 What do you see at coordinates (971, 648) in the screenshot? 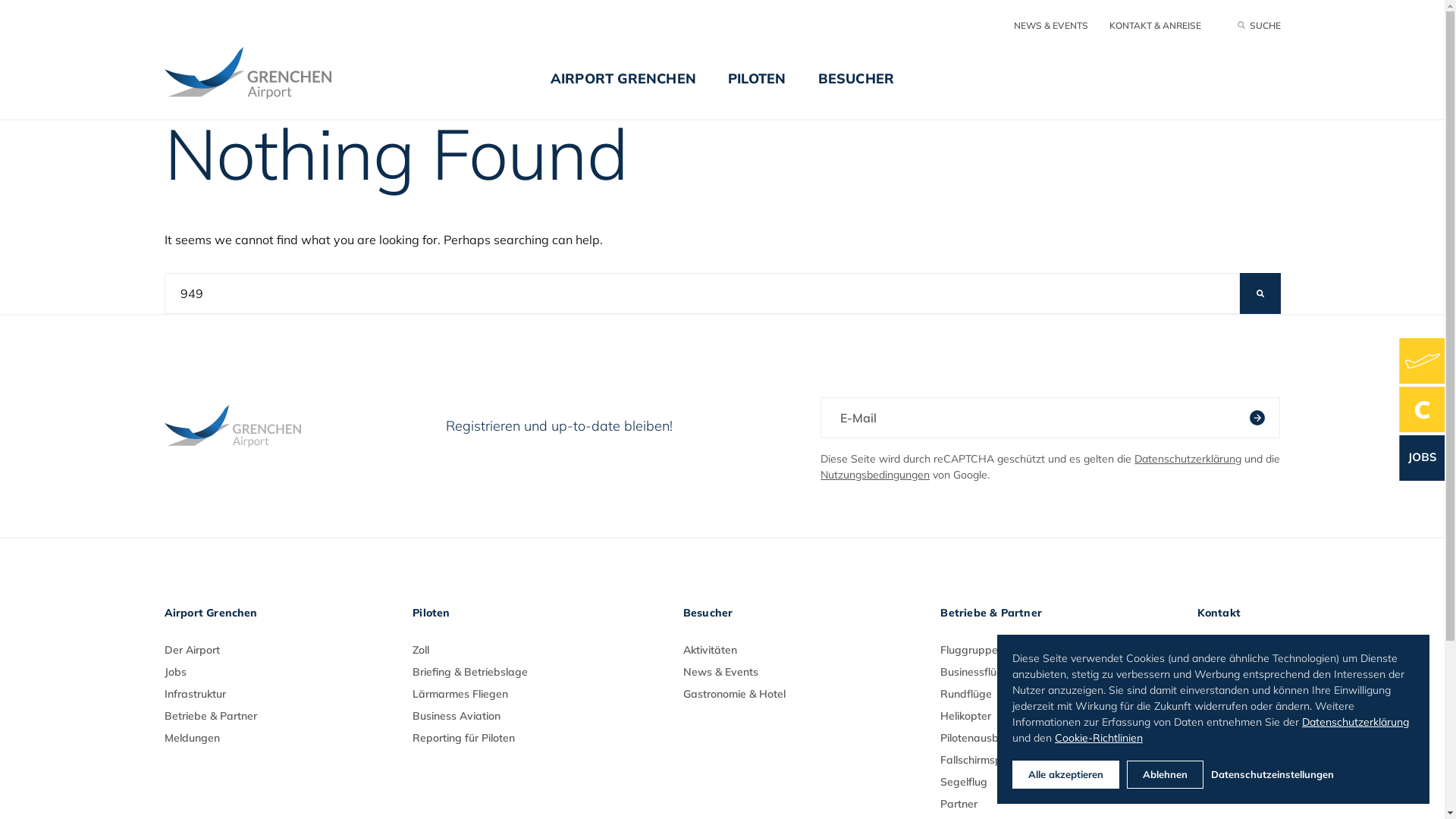
I see `'Fluggruppen'` at bounding box center [971, 648].